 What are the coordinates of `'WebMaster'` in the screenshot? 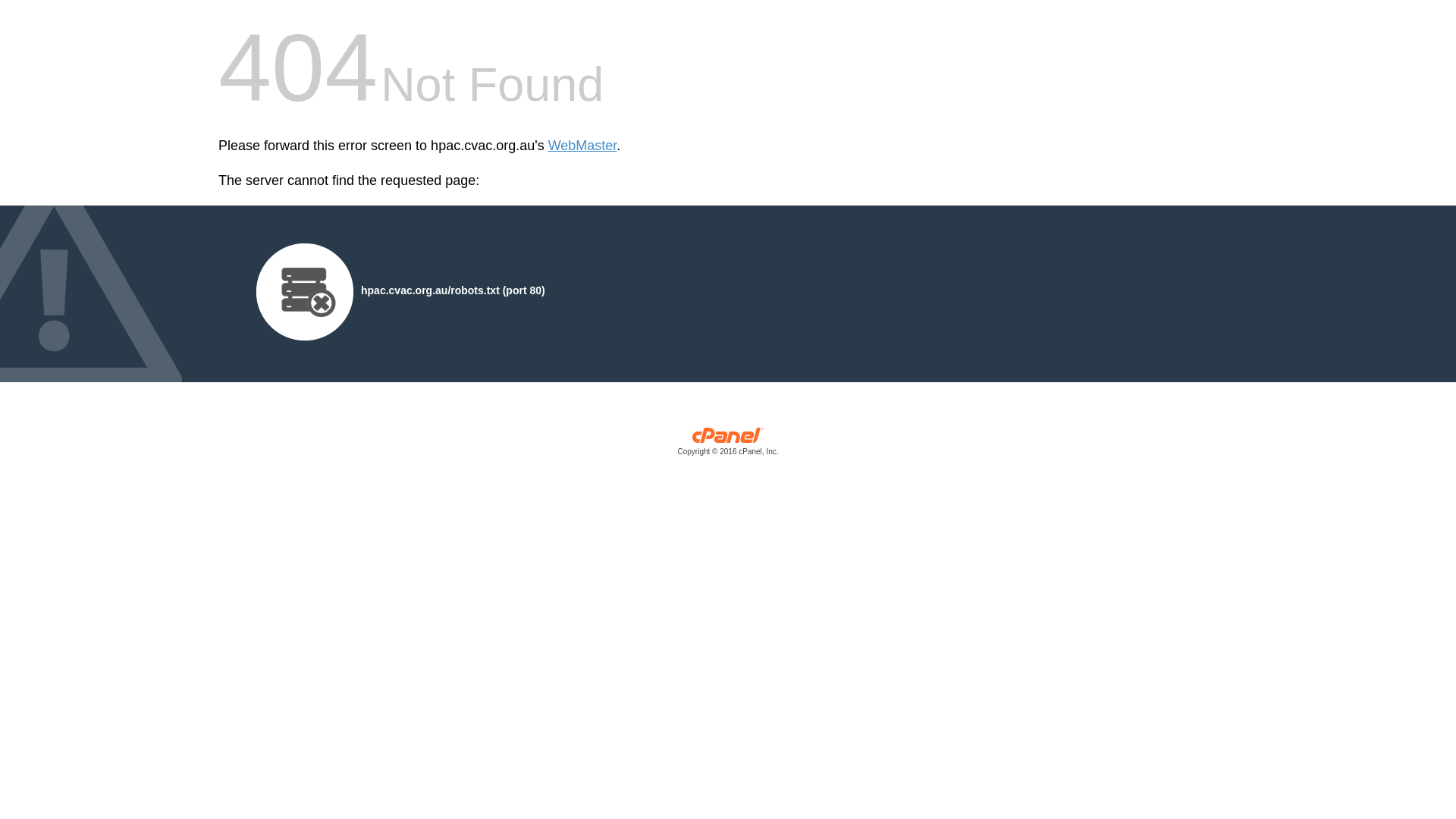 It's located at (582, 146).